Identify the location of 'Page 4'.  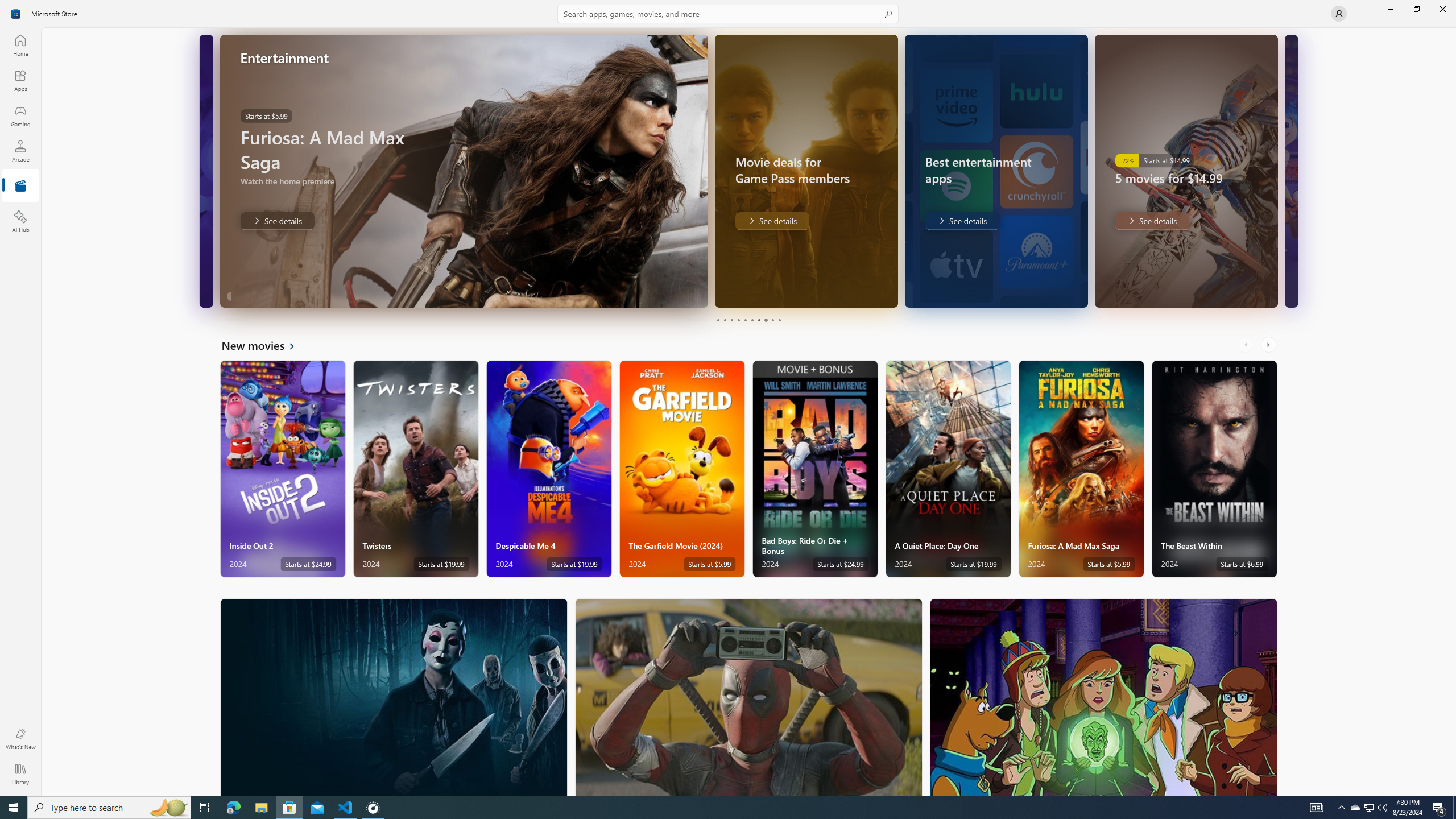
(737, 320).